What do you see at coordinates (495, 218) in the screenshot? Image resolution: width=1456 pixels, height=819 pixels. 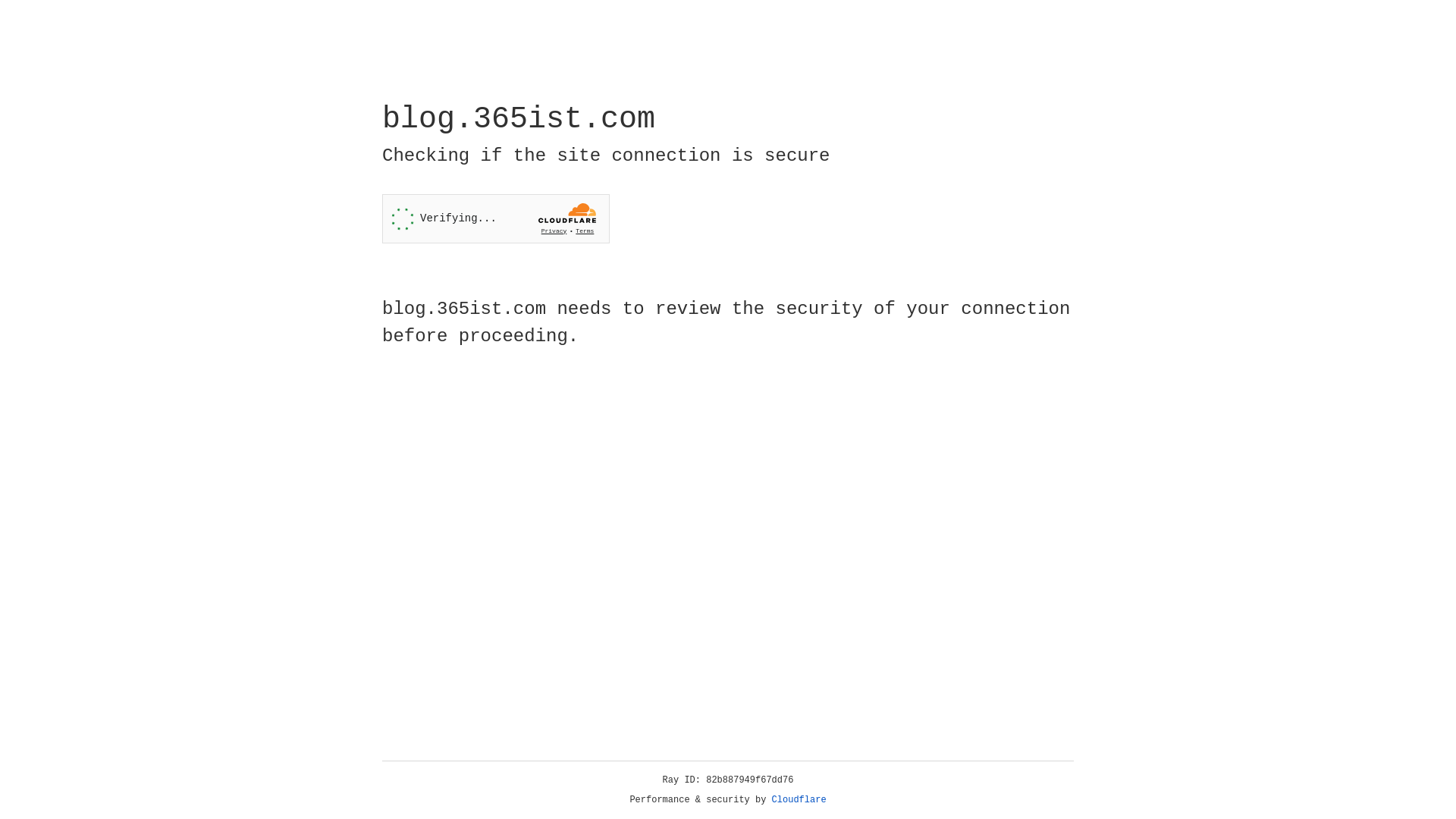 I see `'Widget containing a Cloudflare security challenge'` at bounding box center [495, 218].